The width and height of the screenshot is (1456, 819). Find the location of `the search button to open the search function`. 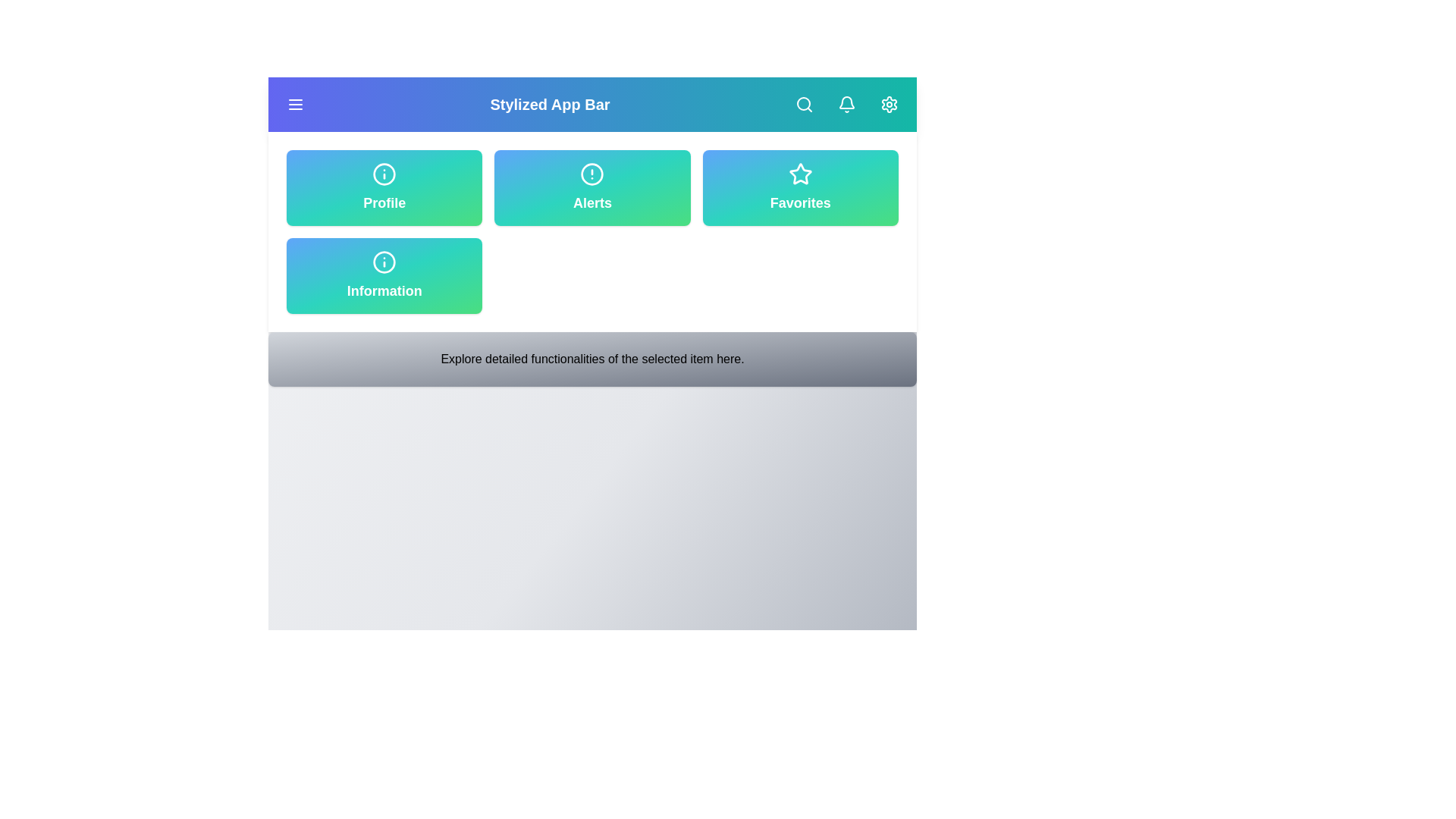

the search button to open the search function is located at coordinates (803, 104).